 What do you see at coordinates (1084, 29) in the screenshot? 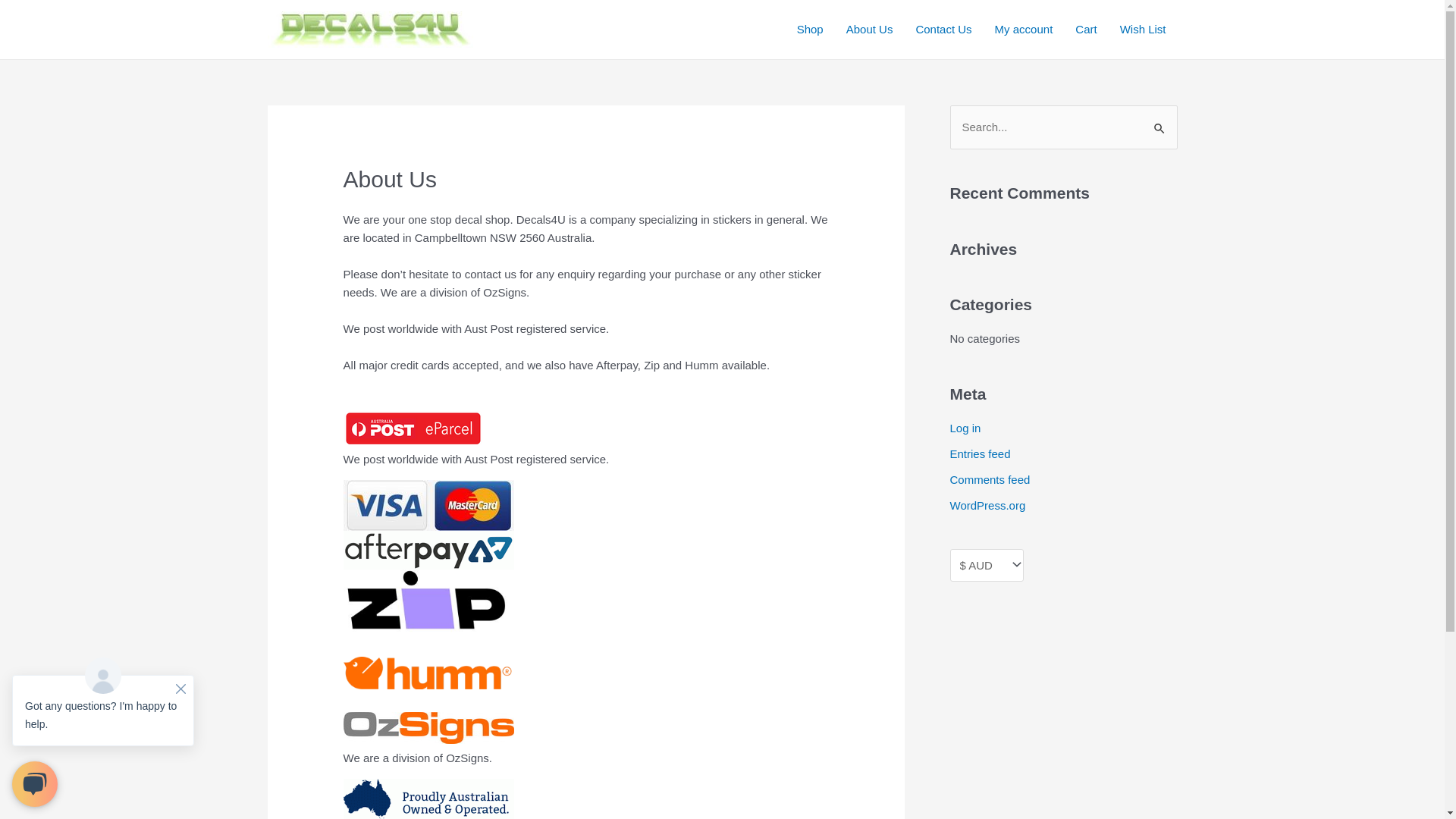
I see `'Cart'` at bounding box center [1084, 29].